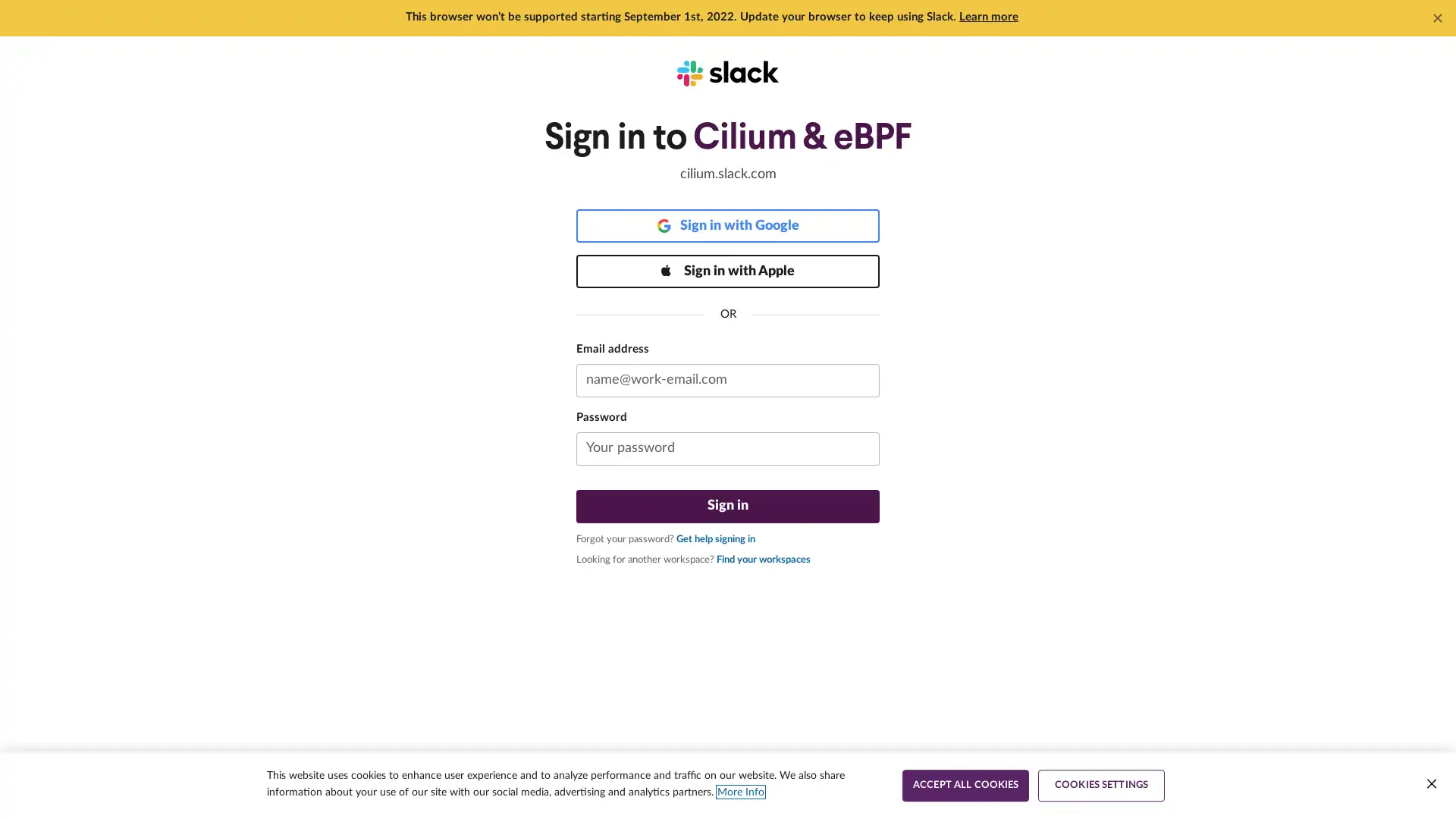 This screenshot has width=1456, height=819. What do you see at coordinates (1430, 783) in the screenshot?
I see `Close` at bounding box center [1430, 783].